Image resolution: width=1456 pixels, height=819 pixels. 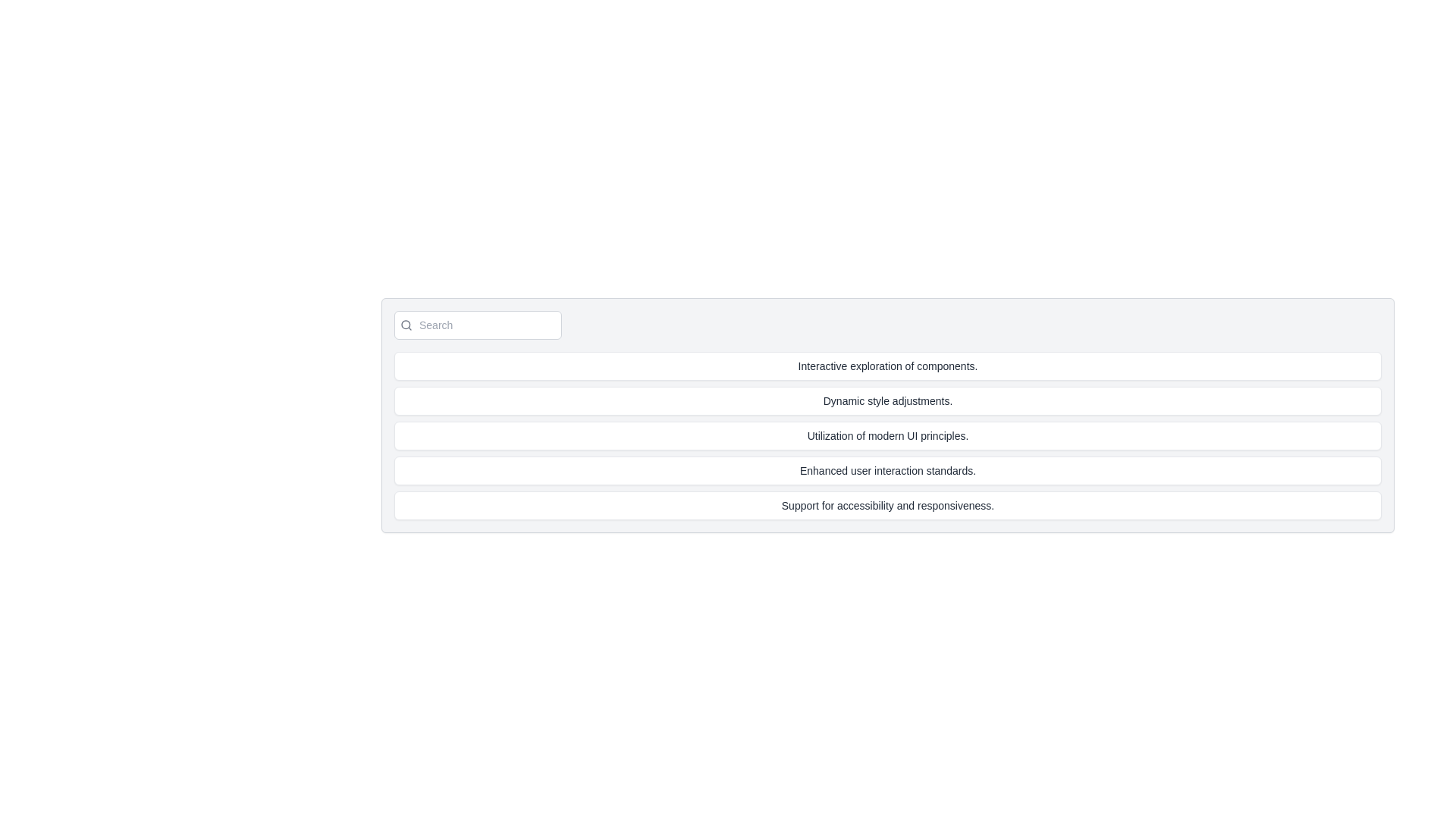 I want to click on the character 'd' in the word 'and' at the end of the sentence 'Support for accessibility and responsiveness.' which is displayed as the fifth item in a vertical list, so click(x=911, y=506).